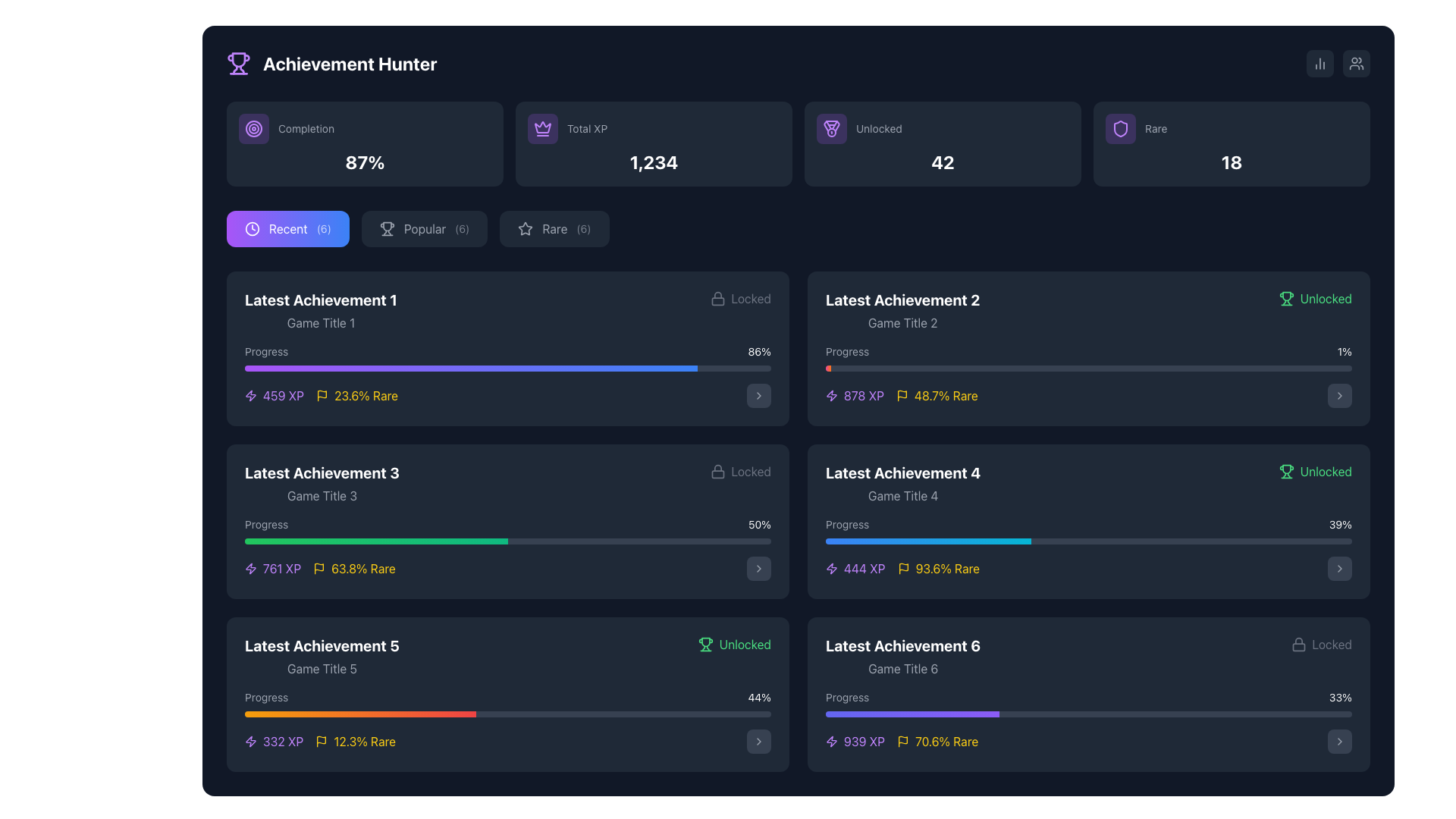 This screenshot has height=819, width=1456. Describe the element at coordinates (321, 739) in the screenshot. I see `the small flag icon representing an achievement, located in the 'Latest Achievement 5' section, adjacent to the XP value and before the rarity percentage` at that location.